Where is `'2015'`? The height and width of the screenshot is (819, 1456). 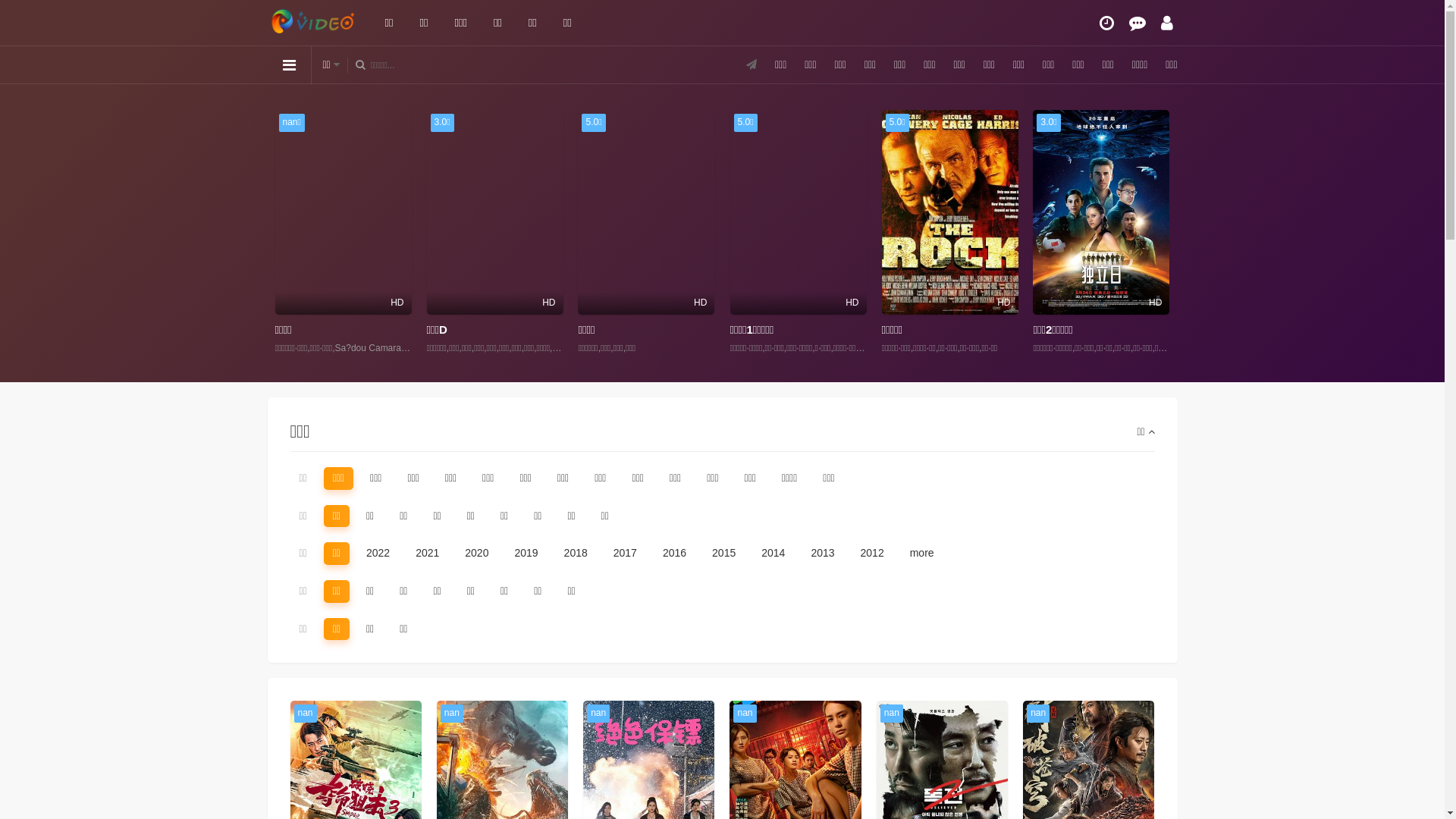 '2015' is located at coordinates (701, 553).